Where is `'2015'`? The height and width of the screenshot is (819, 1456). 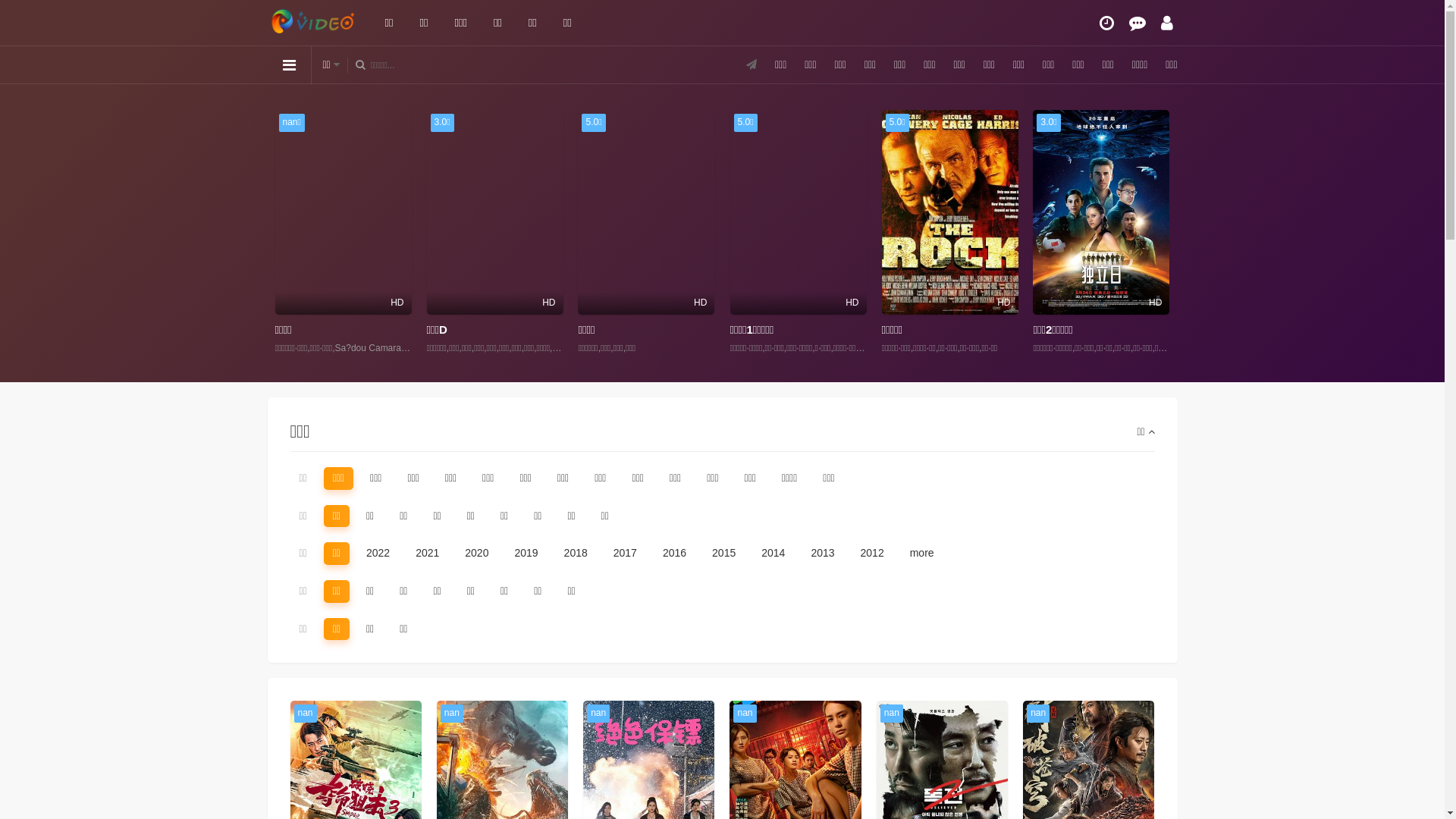 '2015' is located at coordinates (701, 553).